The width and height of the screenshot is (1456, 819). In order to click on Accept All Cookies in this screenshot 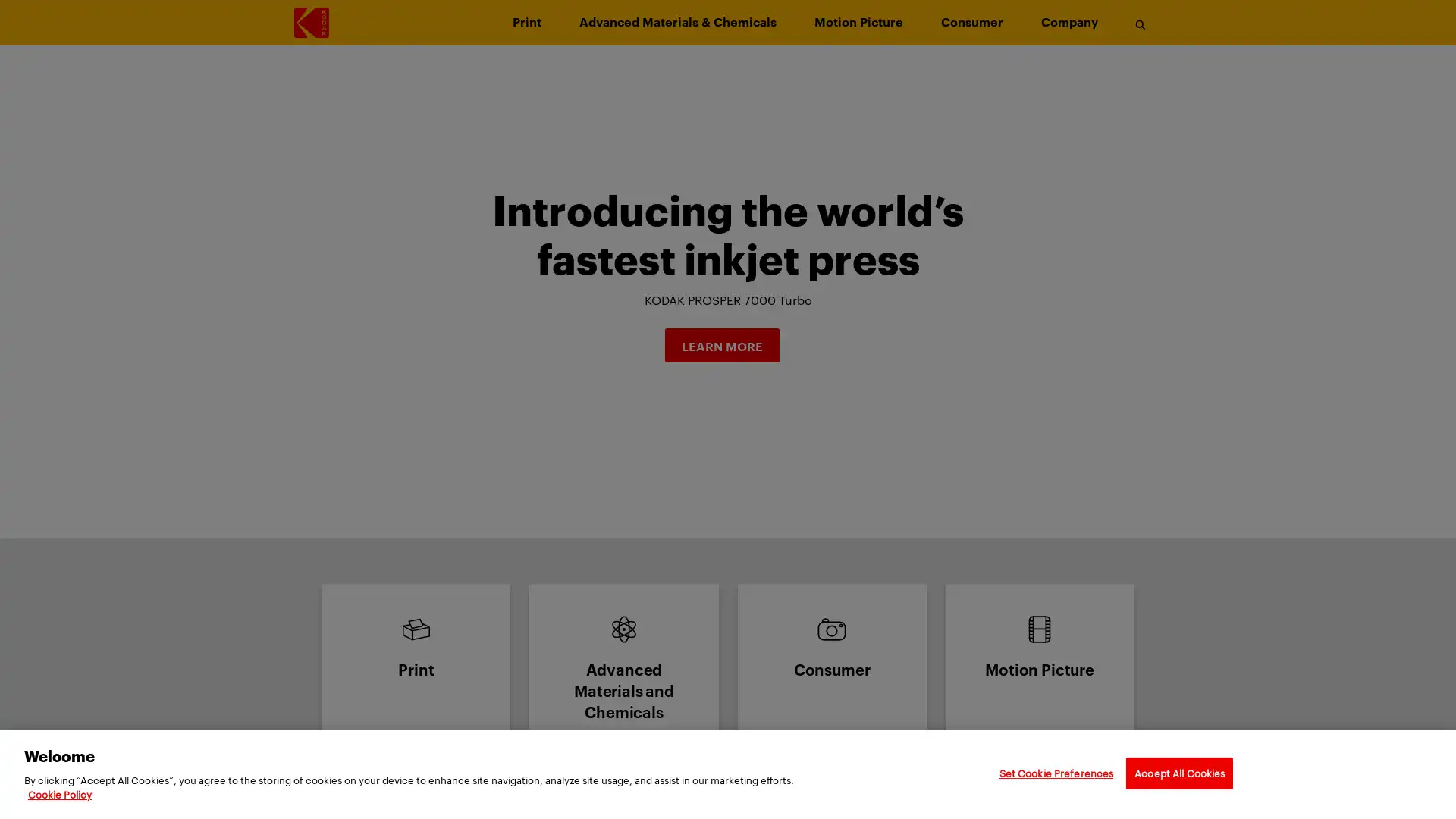, I will do `click(1178, 773)`.